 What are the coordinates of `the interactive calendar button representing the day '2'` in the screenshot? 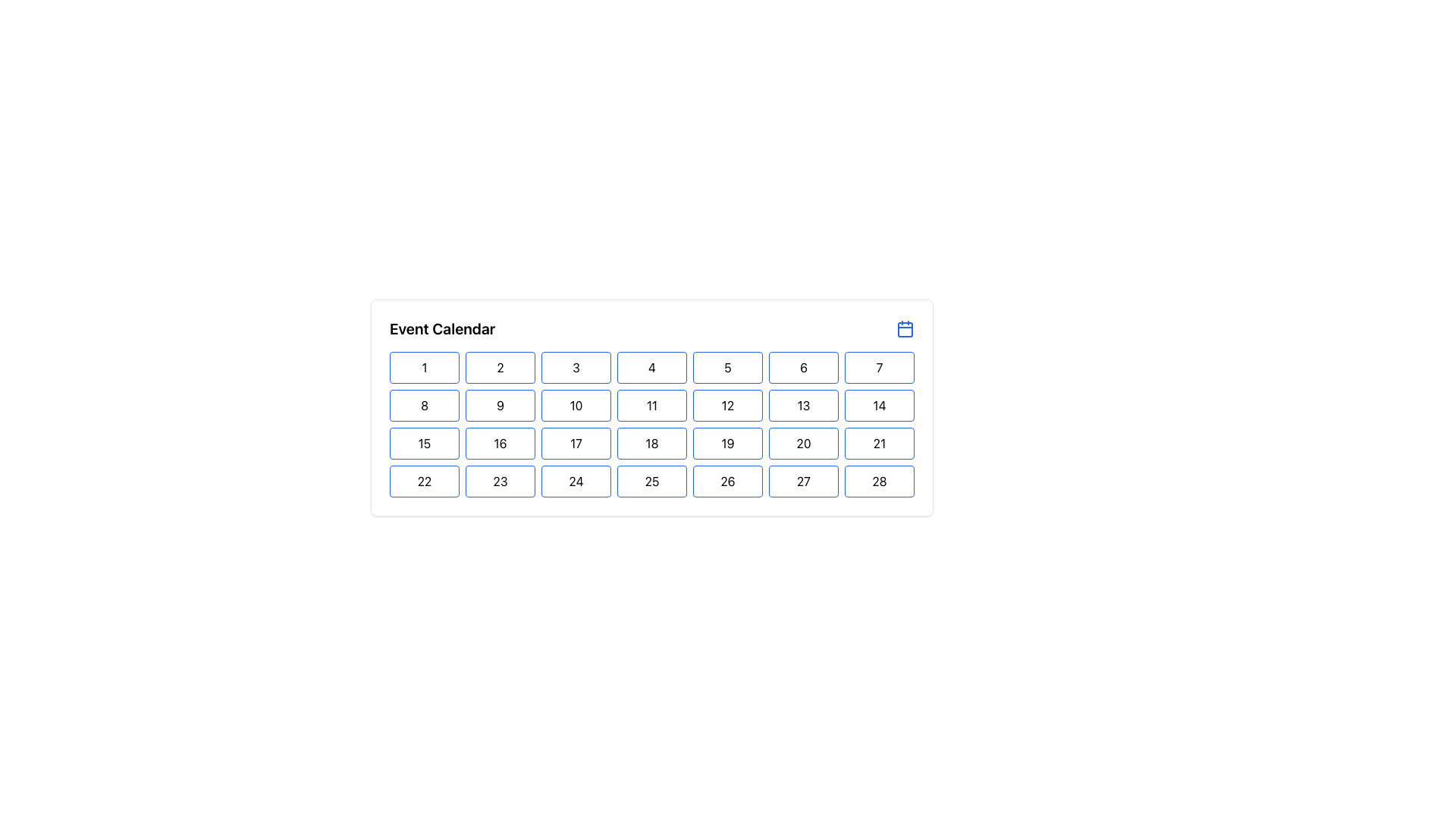 It's located at (500, 368).